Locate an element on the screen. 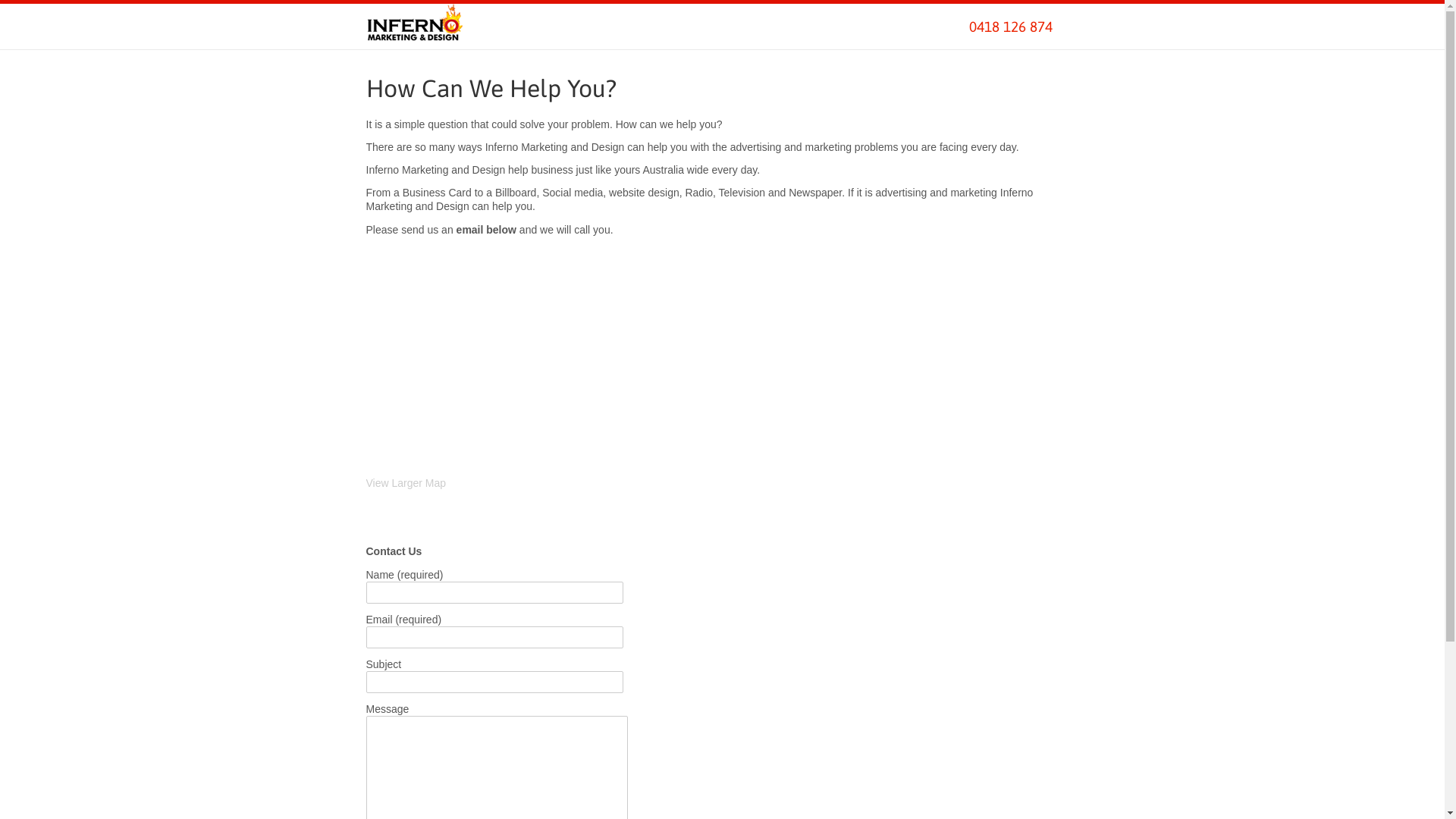 This screenshot has width=1456, height=819. 'View Larger Map' is located at coordinates (365, 482).